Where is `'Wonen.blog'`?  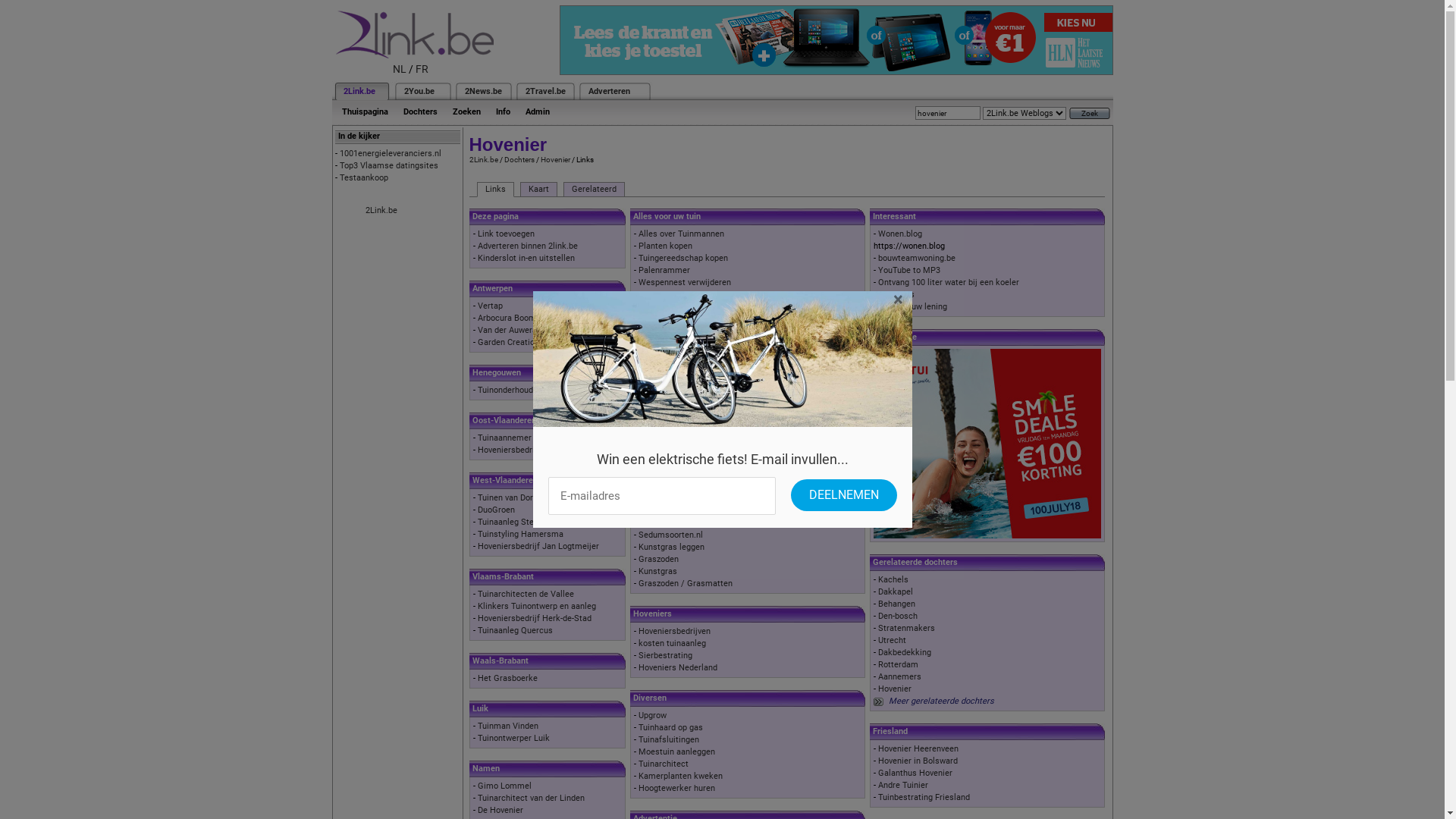
'Wonen.blog' is located at coordinates (899, 234).